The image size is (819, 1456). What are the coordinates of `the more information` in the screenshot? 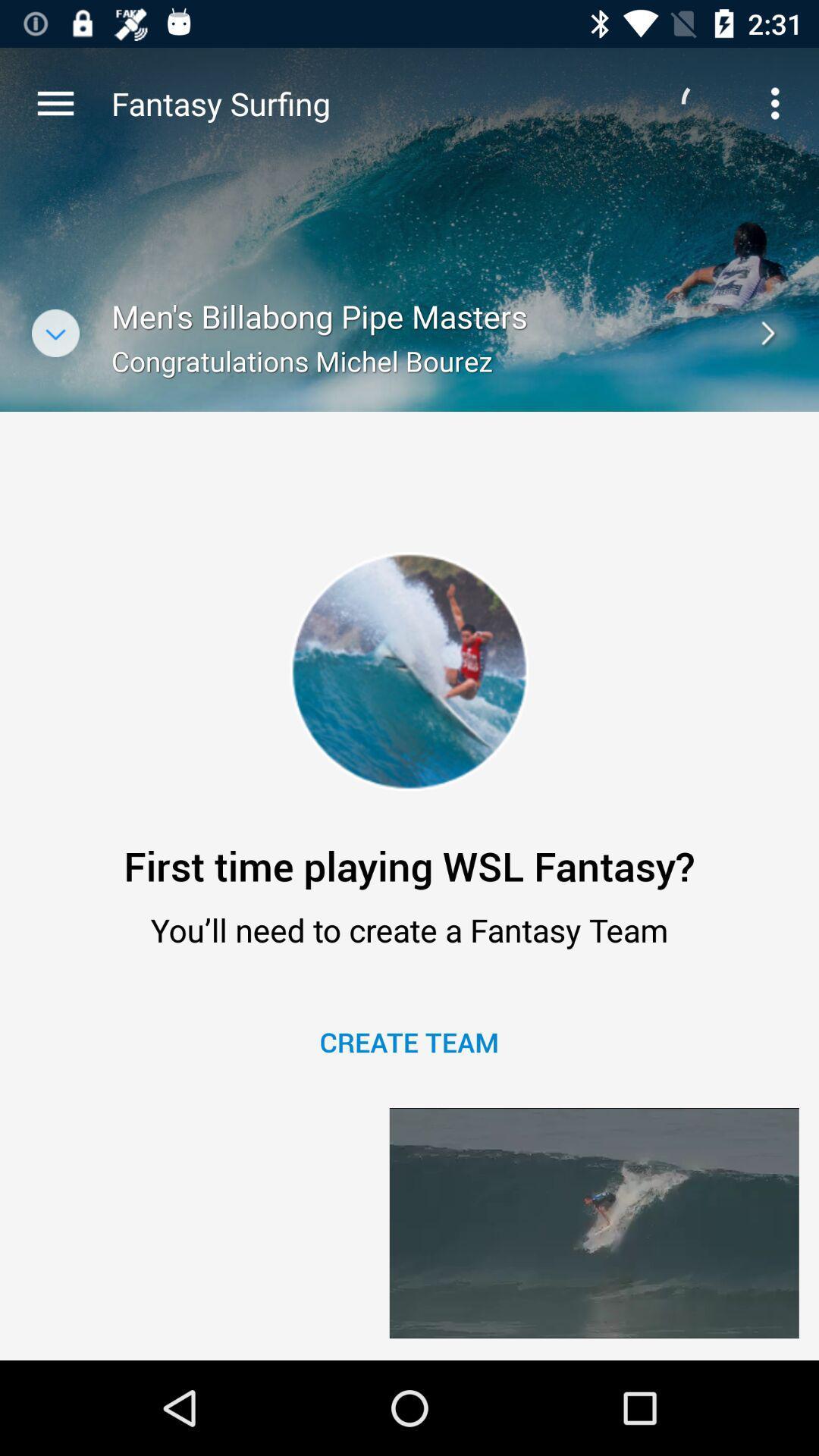 It's located at (55, 332).